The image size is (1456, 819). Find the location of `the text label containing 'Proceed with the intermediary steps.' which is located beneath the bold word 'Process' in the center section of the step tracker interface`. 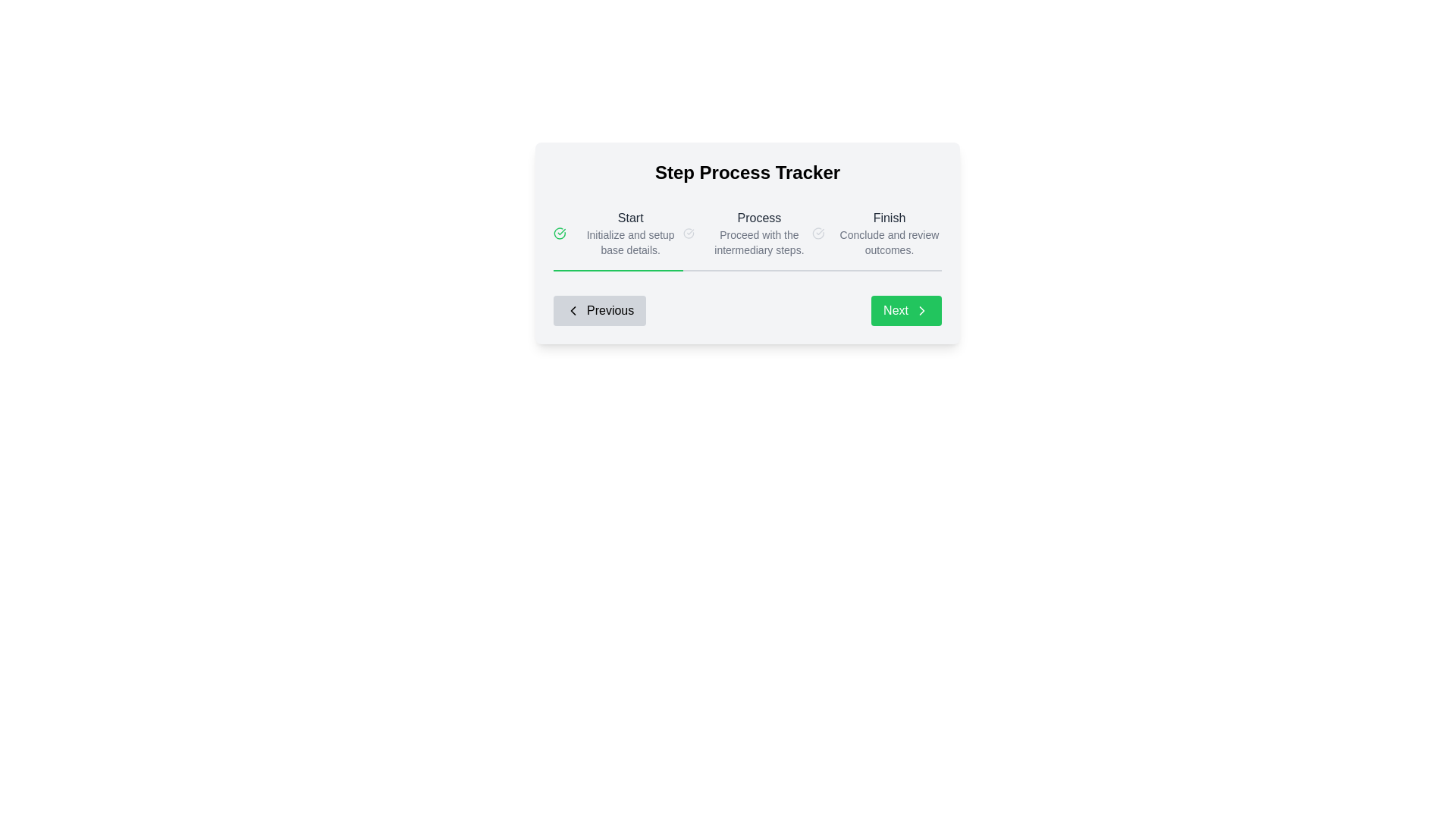

the text label containing 'Proceed with the intermediary steps.' which is located beneath the bold word 'Process' in the center section of the step tracker interface is located at coordinates (759, 242).